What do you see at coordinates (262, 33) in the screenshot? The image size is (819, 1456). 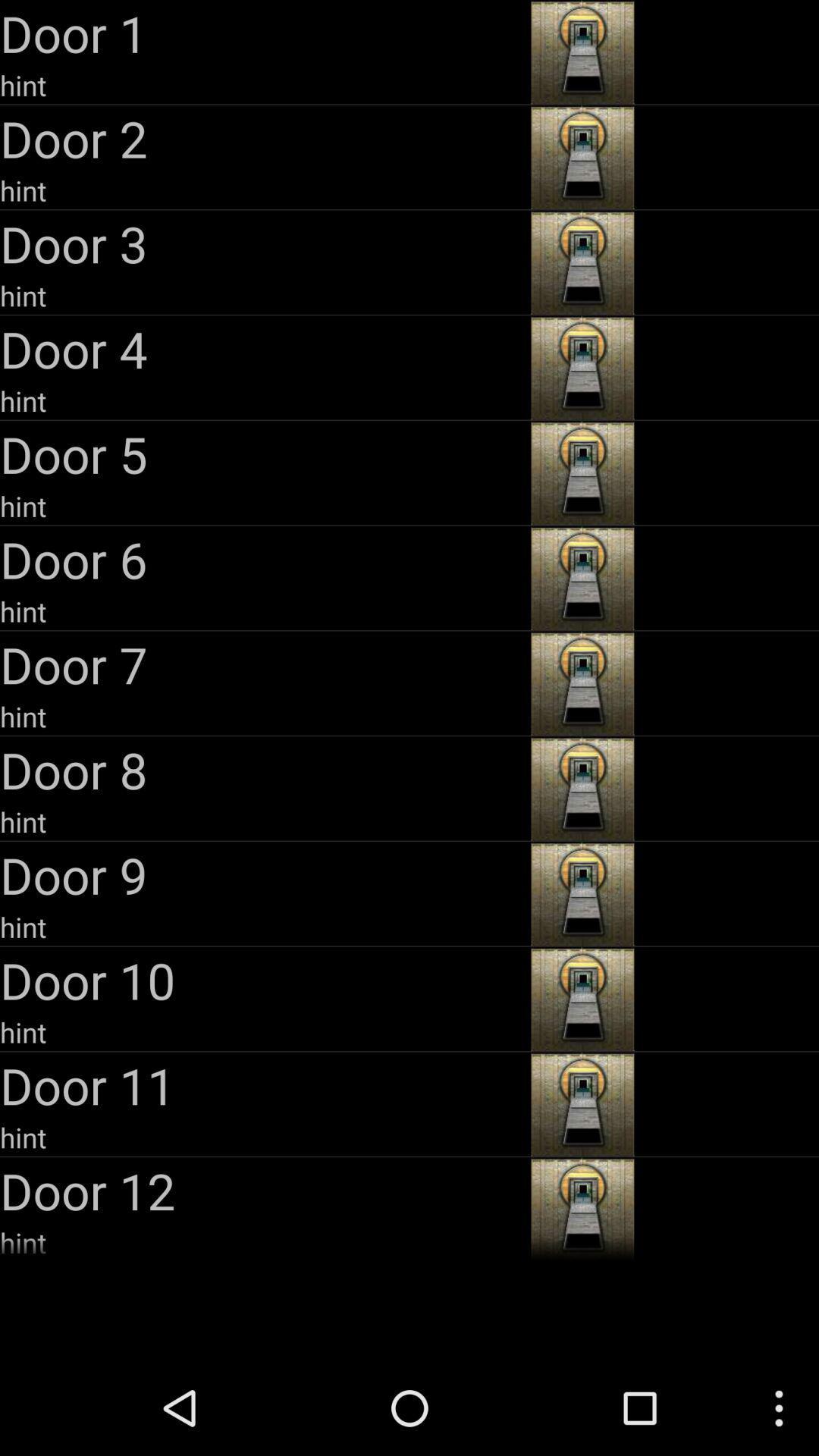 I see `door 1 app` at bounding box center [262, 33].